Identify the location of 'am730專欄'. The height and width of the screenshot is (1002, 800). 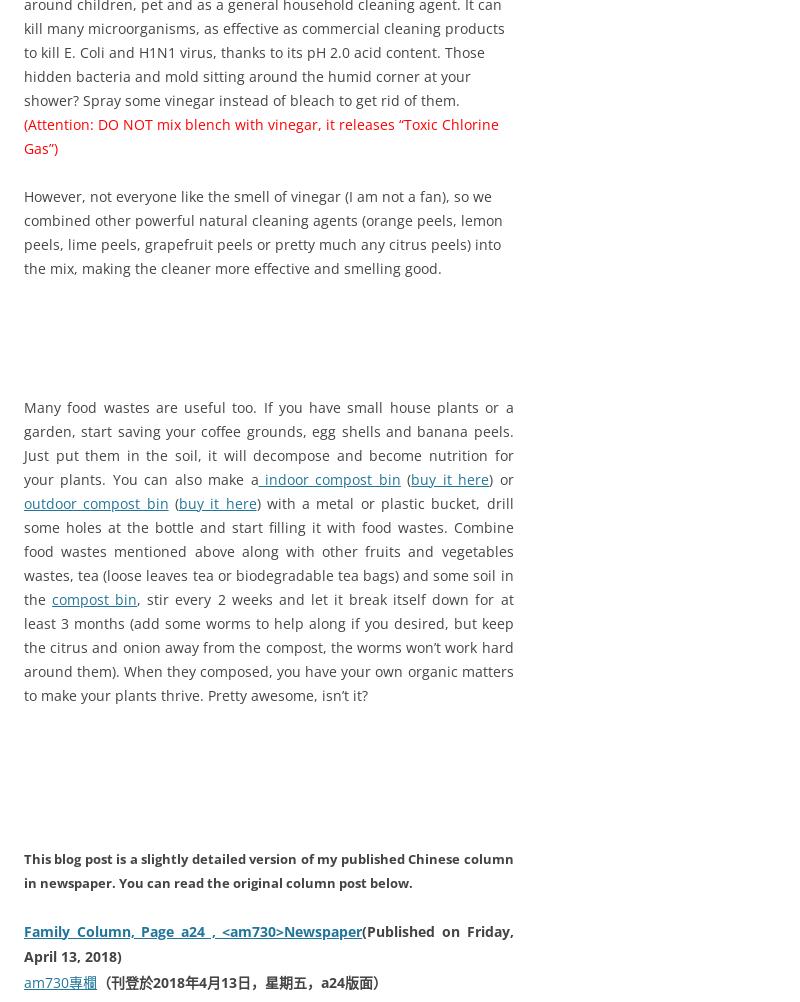
(24, 981).